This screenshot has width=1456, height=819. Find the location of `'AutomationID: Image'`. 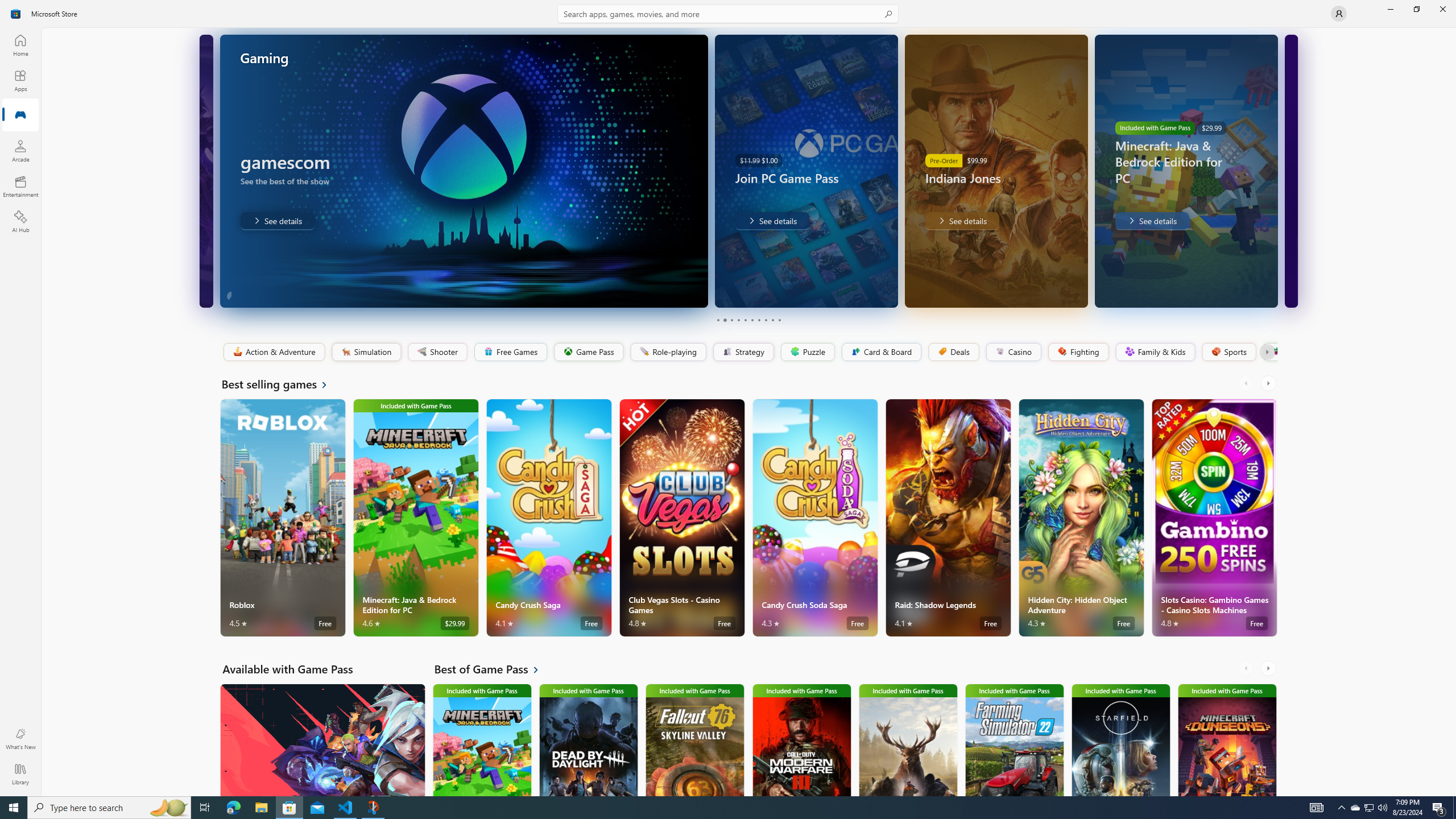

'AutomationID: Image' is located at coordinates (1290, 170).